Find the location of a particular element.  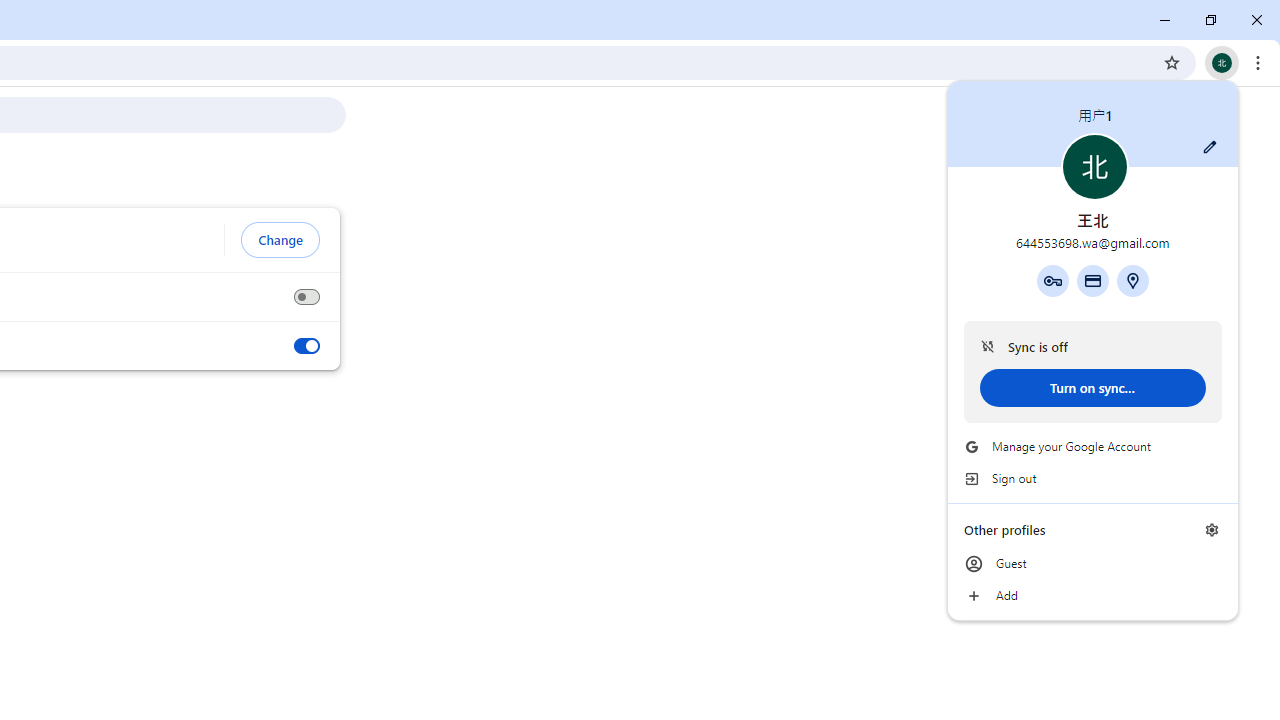

'Bookmark this tab' is located at coordinates (1171, 61).